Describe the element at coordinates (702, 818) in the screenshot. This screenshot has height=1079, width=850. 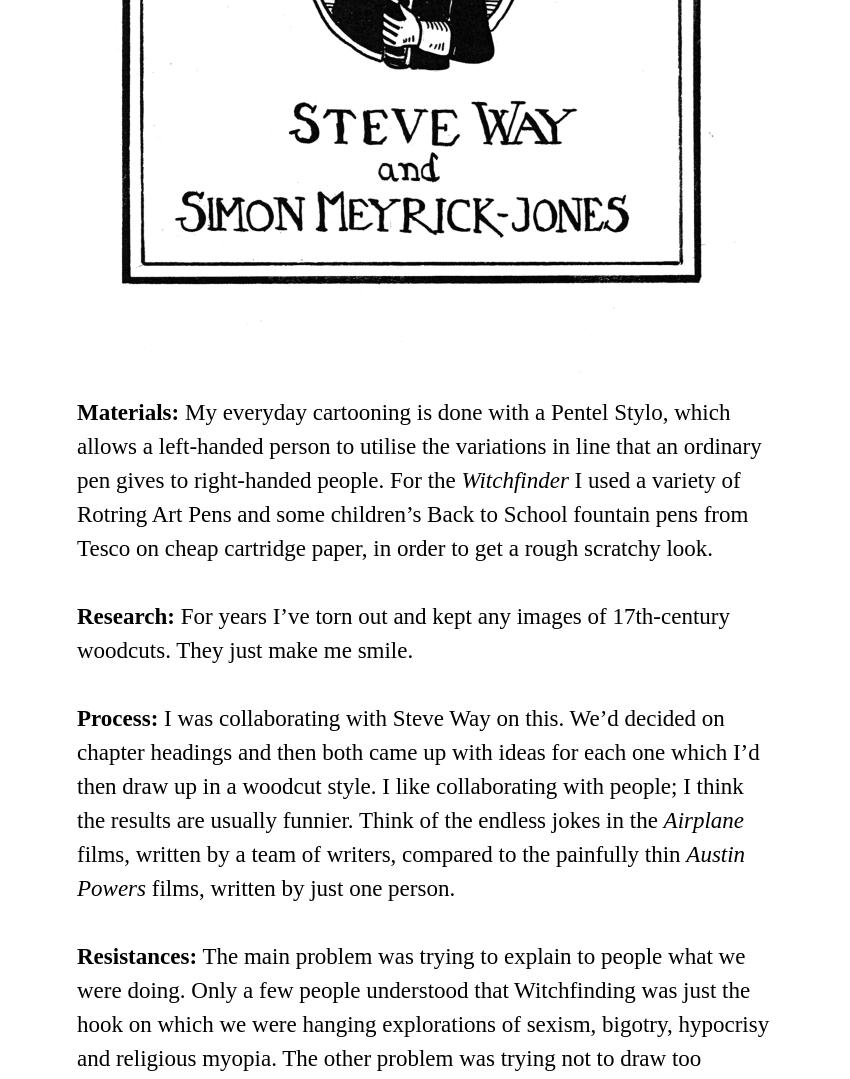
I see `'Airplane'` at that location.